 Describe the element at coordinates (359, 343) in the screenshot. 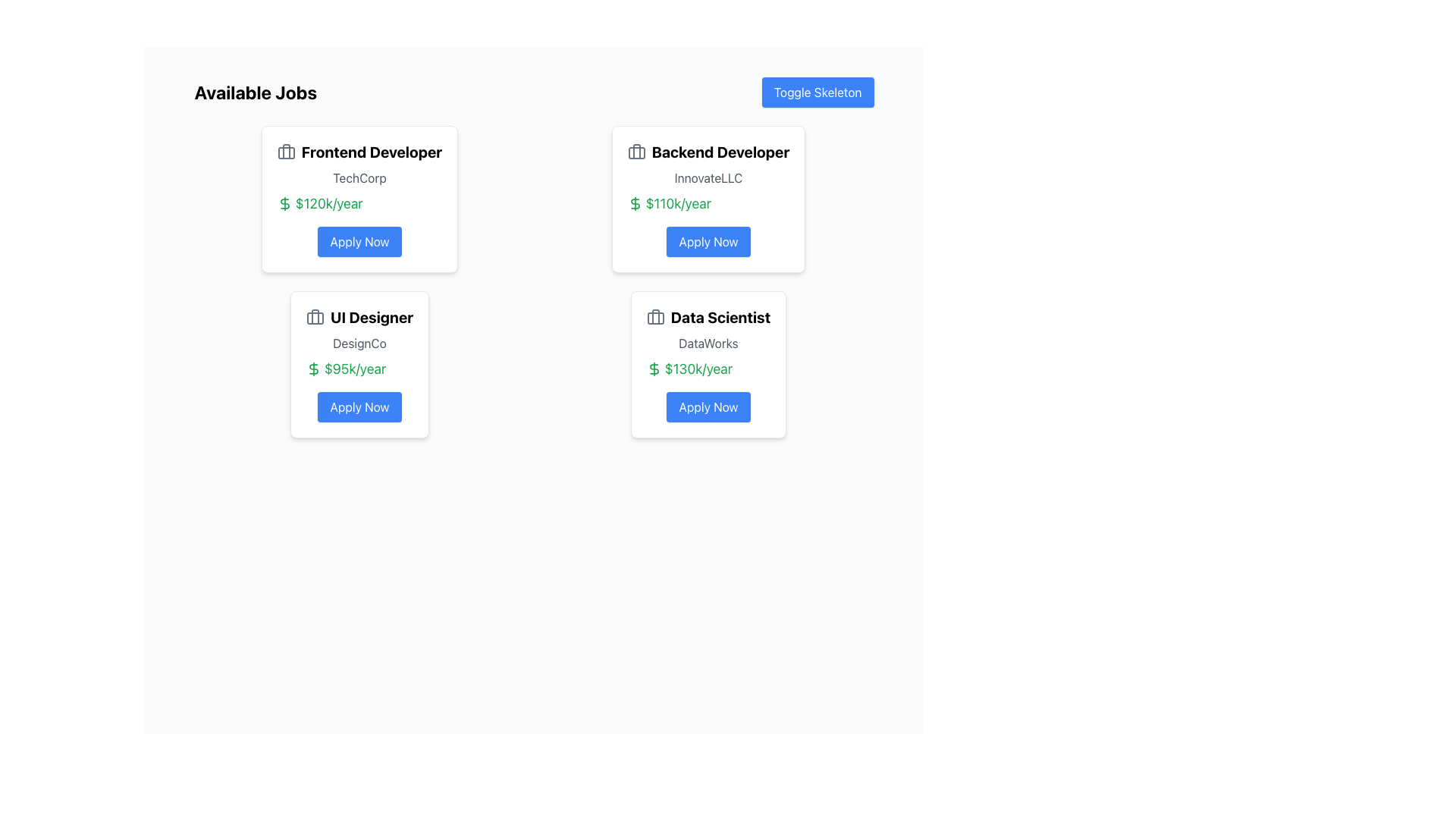

I see `the informational text label indicating the company name 'DesignCo' located in the second card from the top left of the job postings grid, below the job title 'UI Designer' and above the salary description '$95k/year'` at that location.